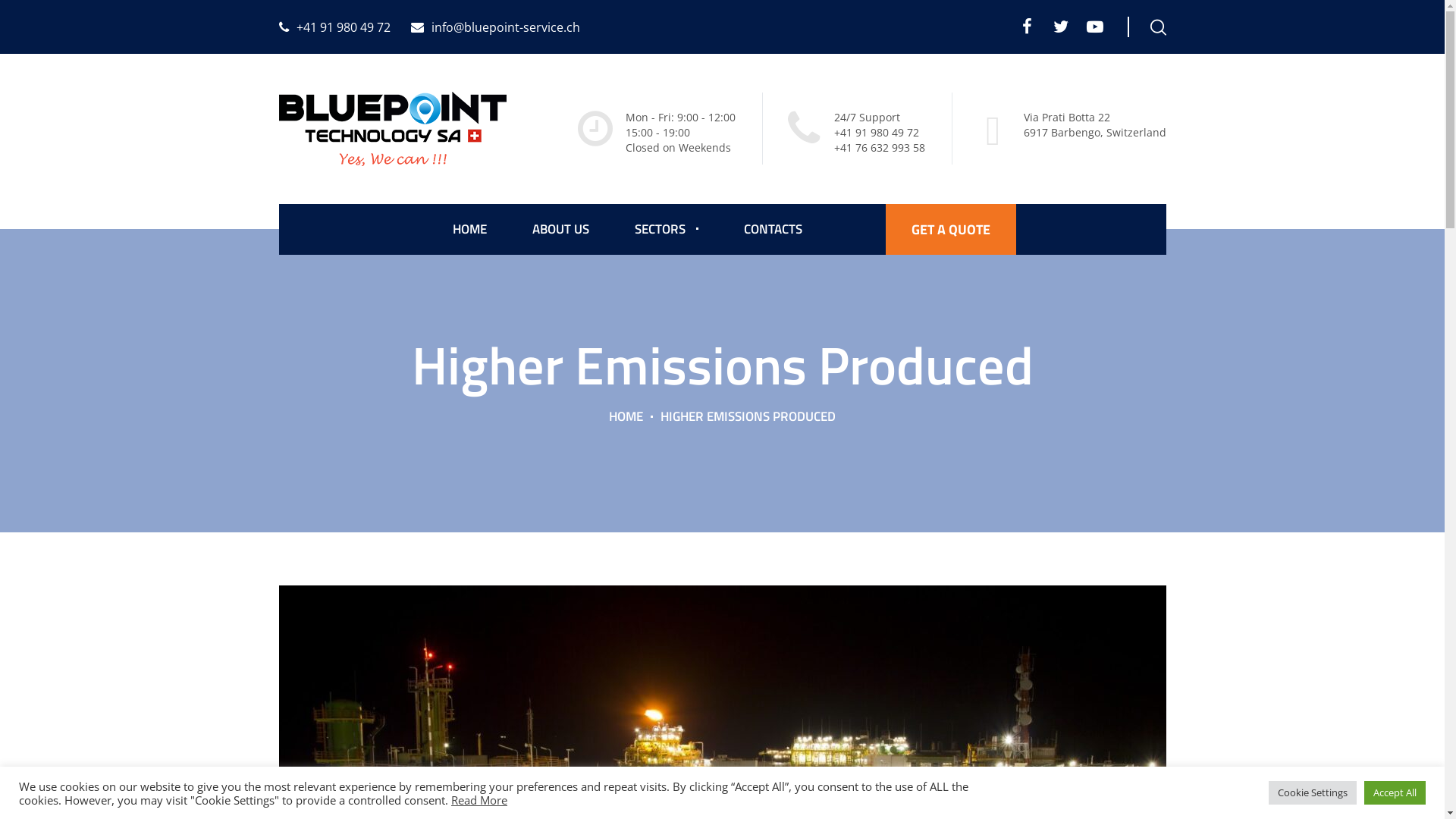  I want to click on 'Read More', so click(479, 798).